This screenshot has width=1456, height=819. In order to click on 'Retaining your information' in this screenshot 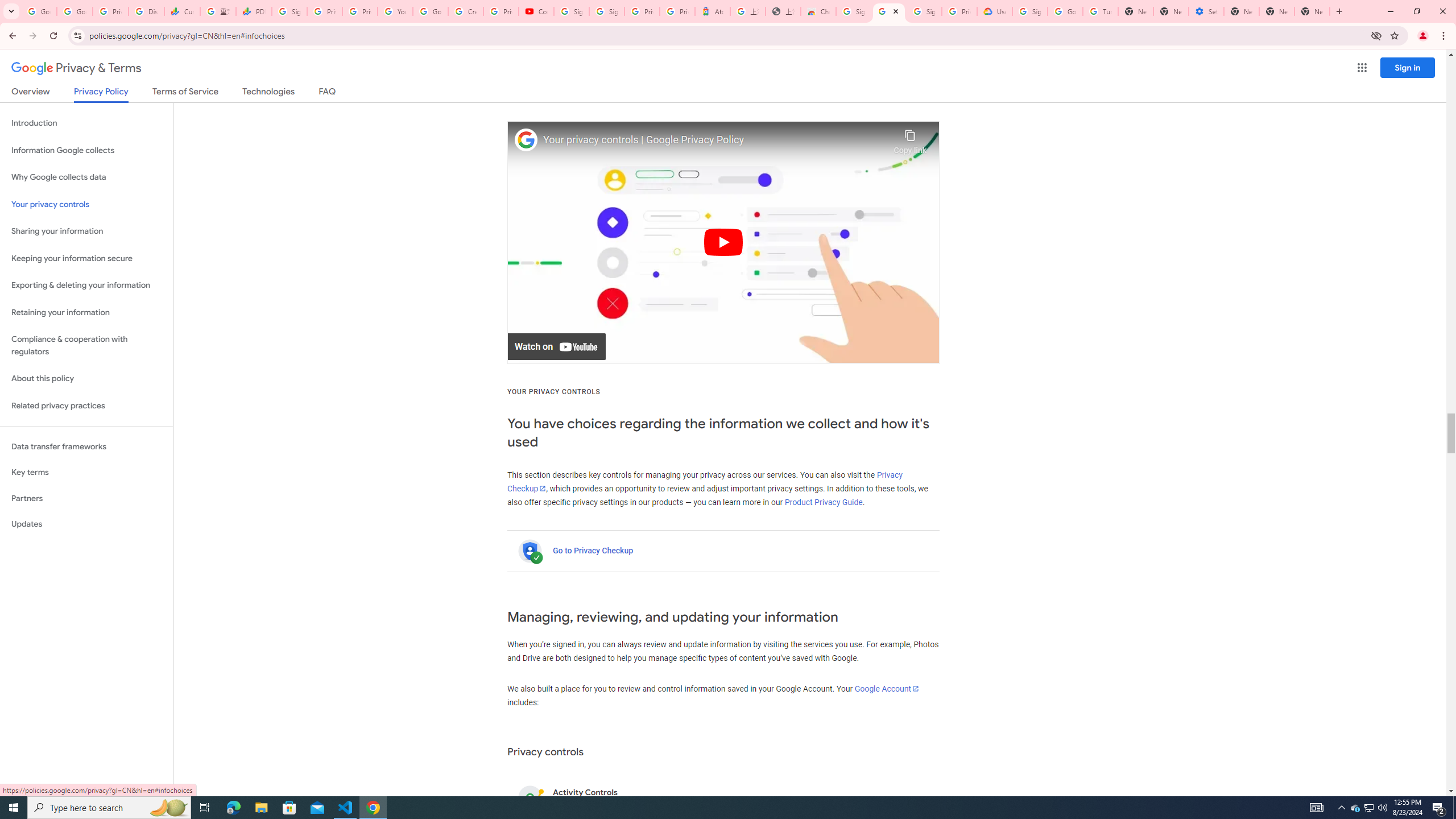, I will do `click(86, 312)`.